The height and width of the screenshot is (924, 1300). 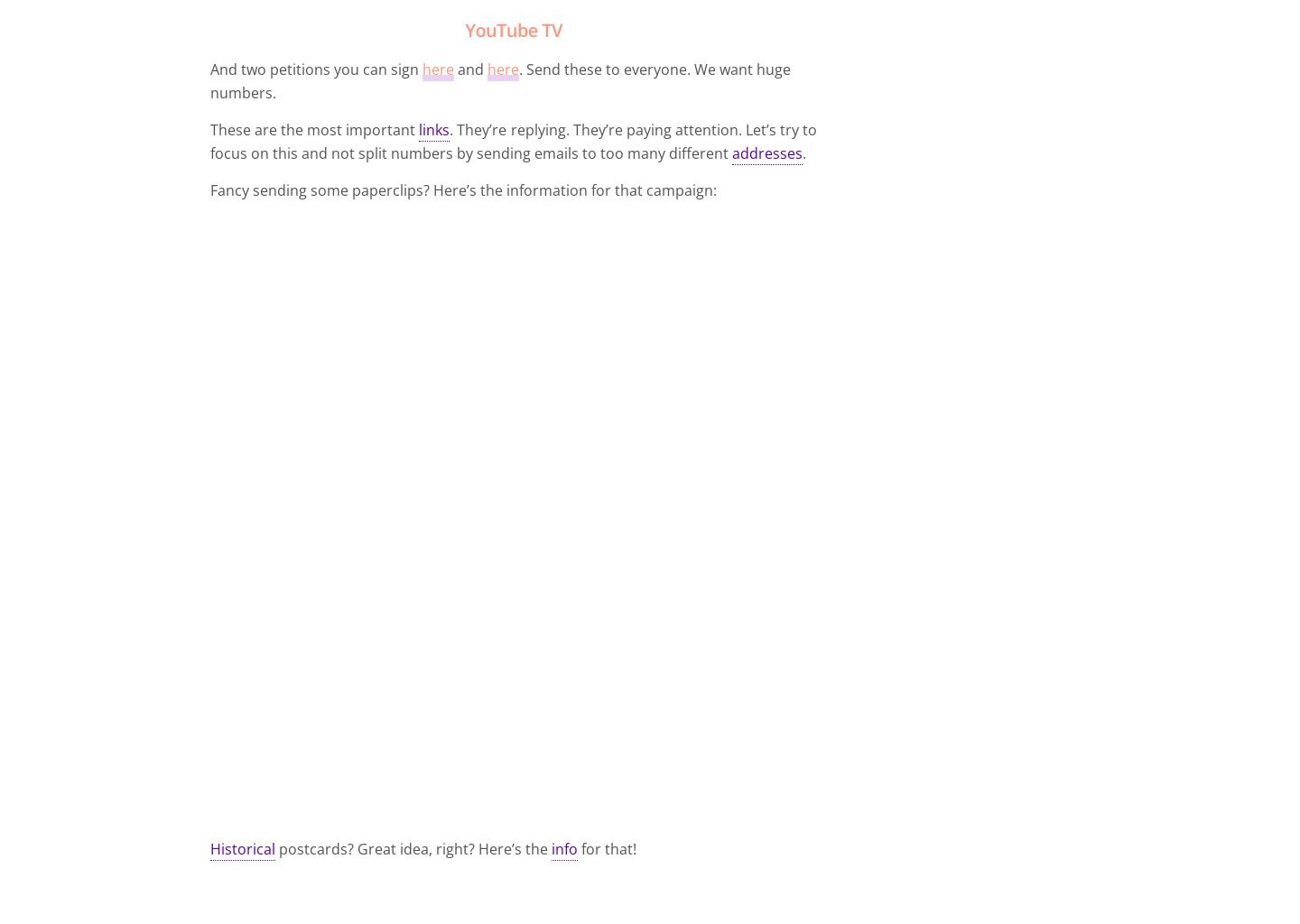 What do you see at coordinates (433, 128) in the screenshot?
I see `'links'` at bounding box center [433, 128].